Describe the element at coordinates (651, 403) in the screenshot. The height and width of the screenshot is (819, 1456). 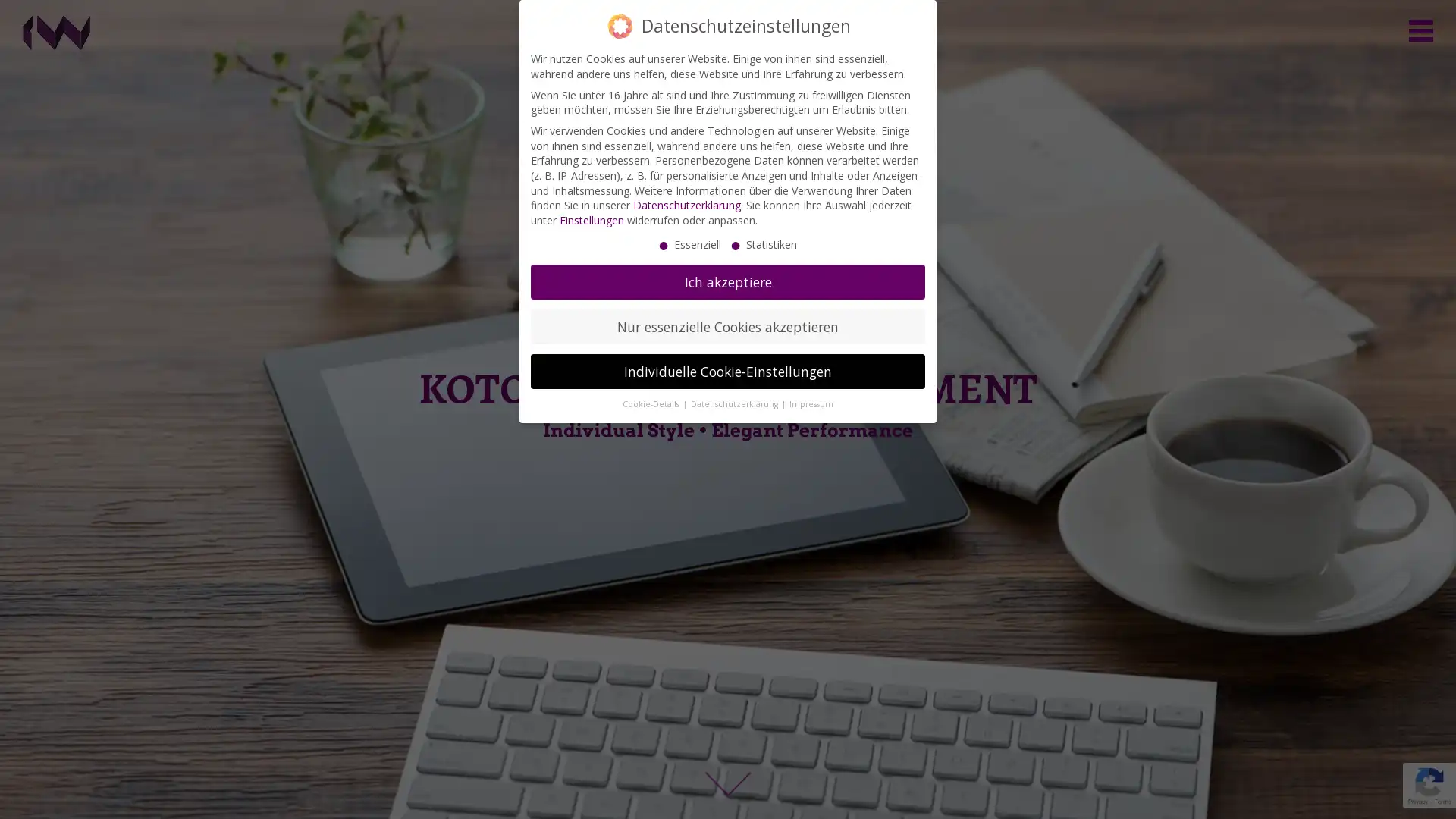
I see `Cookie-Details` at that location.